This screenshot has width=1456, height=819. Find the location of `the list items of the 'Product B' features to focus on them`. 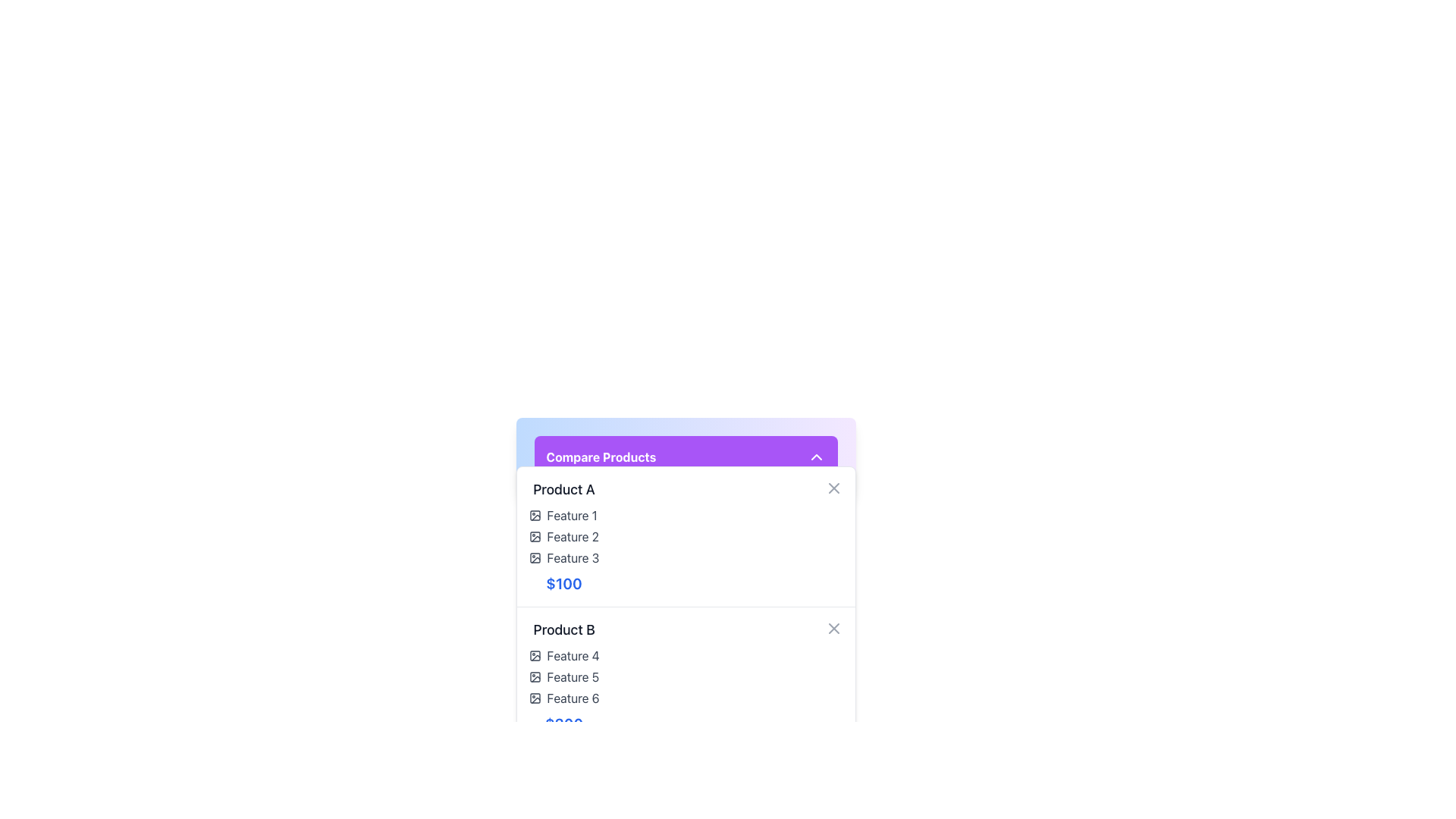

the list items of the 'Product B' features to focus on them is located at coordinates (563, 676).